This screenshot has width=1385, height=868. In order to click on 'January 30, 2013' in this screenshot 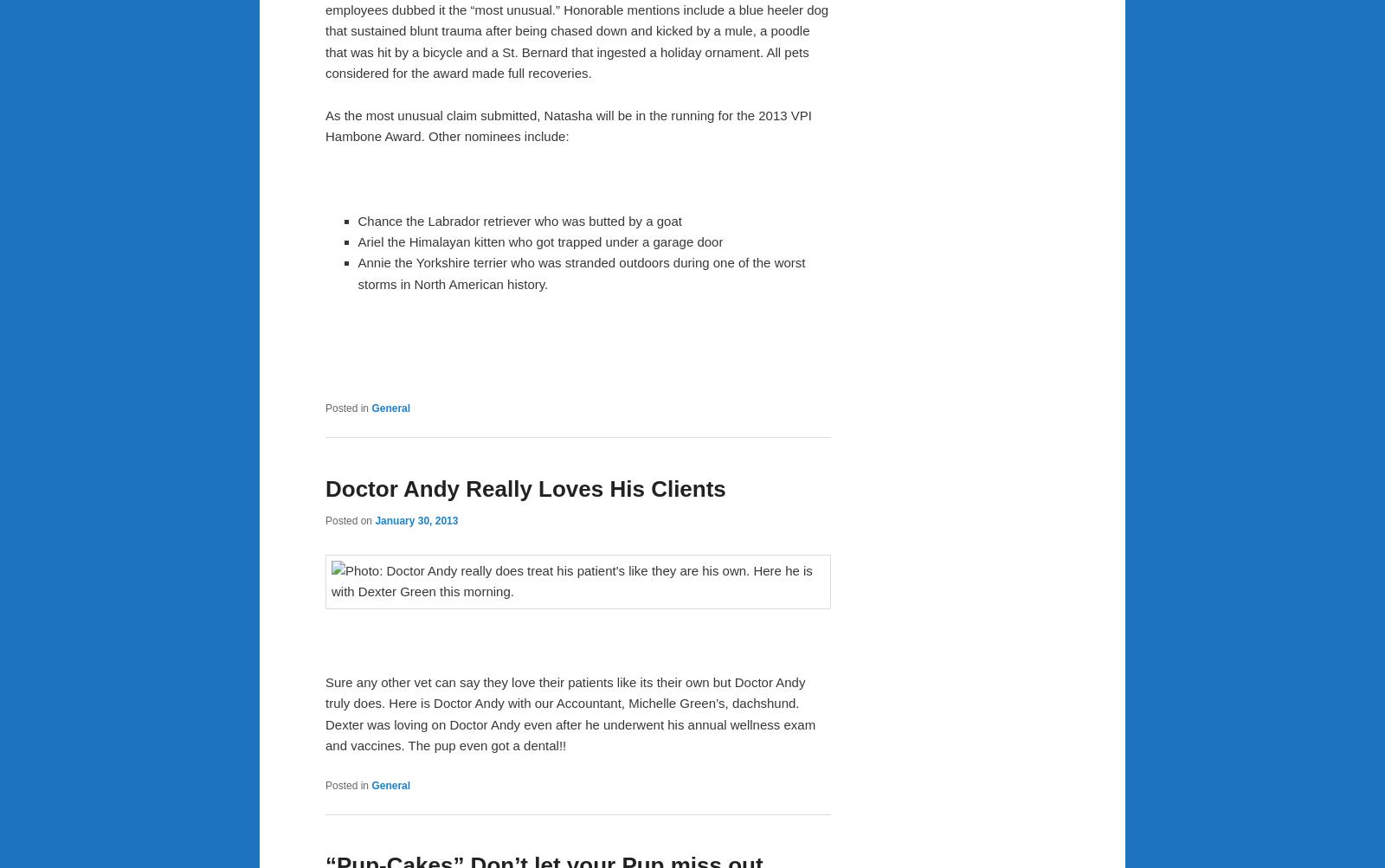, I will do `click(415, 518)`.